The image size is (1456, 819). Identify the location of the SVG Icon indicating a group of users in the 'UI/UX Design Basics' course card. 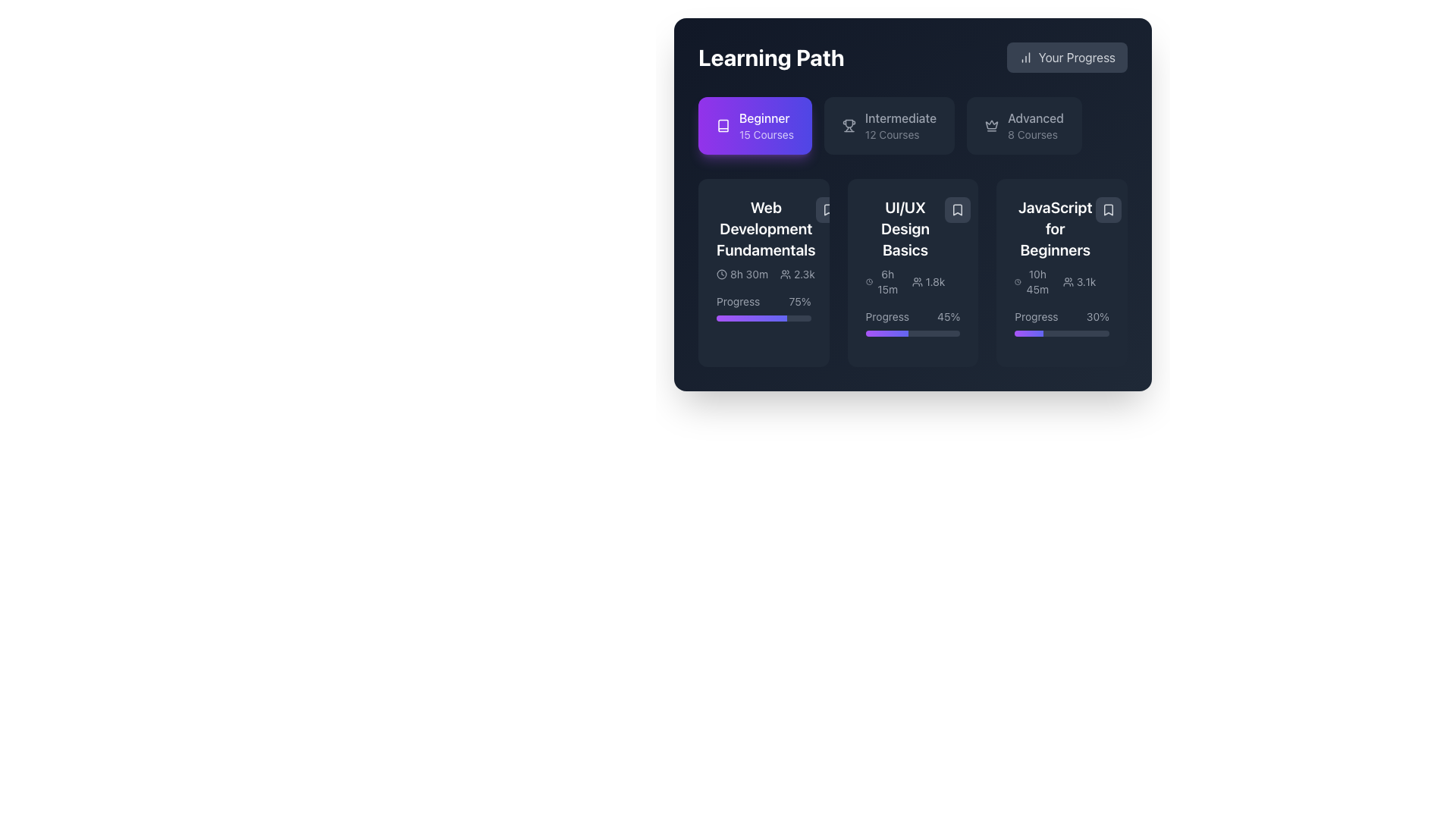
(916, 281).